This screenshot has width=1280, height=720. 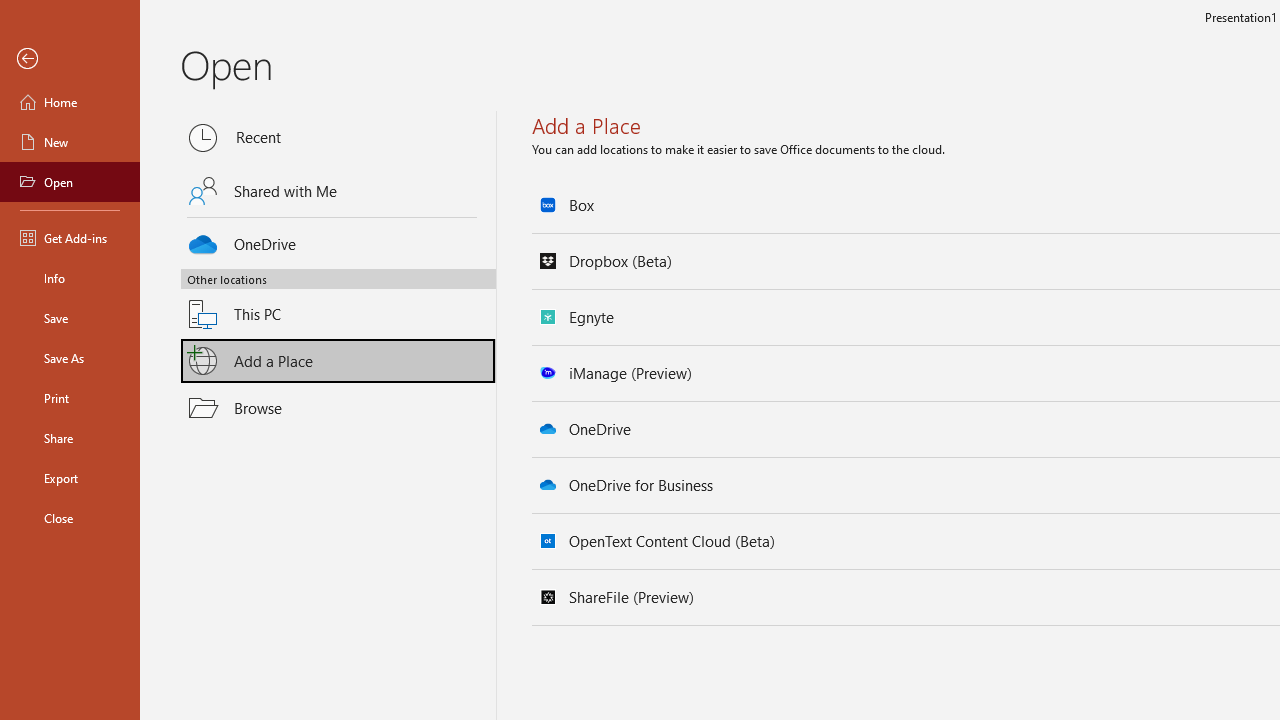 I want to click on 'Export', so click(x=69, y=478).